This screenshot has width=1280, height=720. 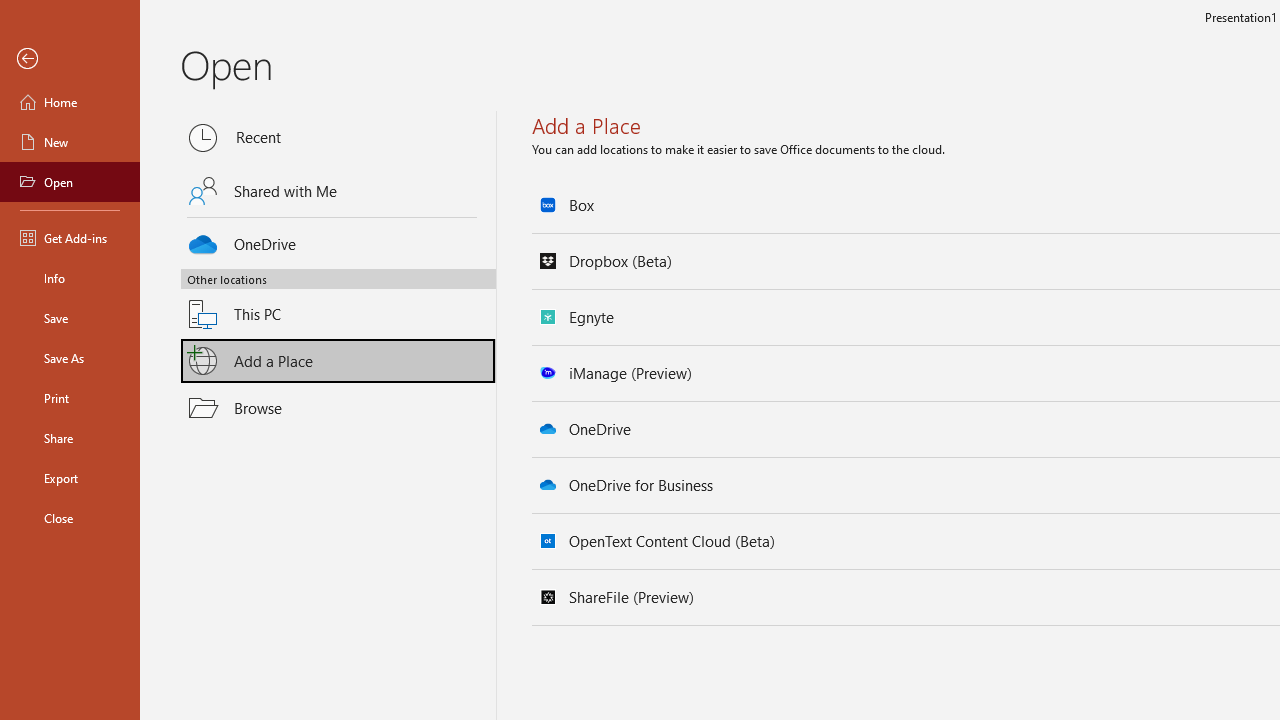 I want to click on 'Export', so click(x=69, y=478).